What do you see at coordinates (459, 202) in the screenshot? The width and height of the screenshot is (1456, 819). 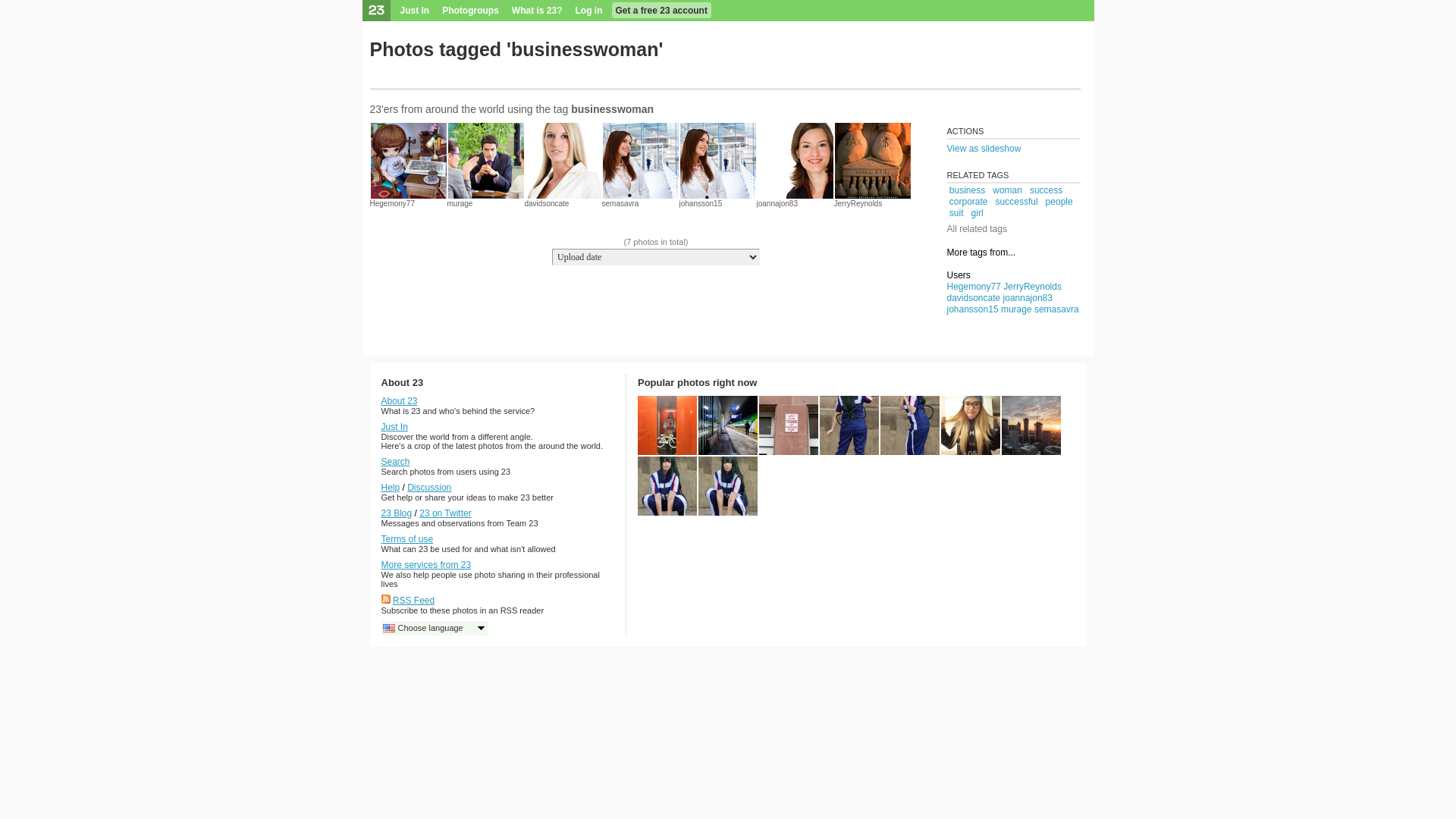 I see `'murage'` at bounding box center [459, 202].